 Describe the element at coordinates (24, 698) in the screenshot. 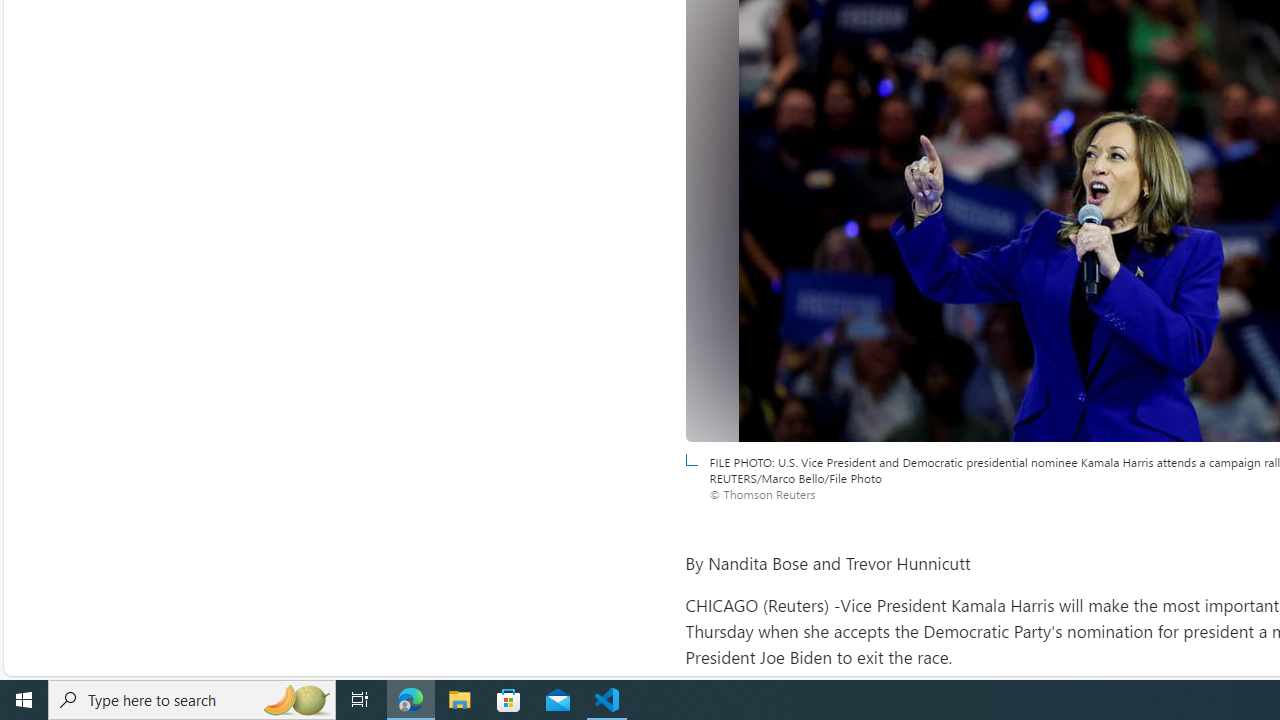

I see `'Start'` at that location.